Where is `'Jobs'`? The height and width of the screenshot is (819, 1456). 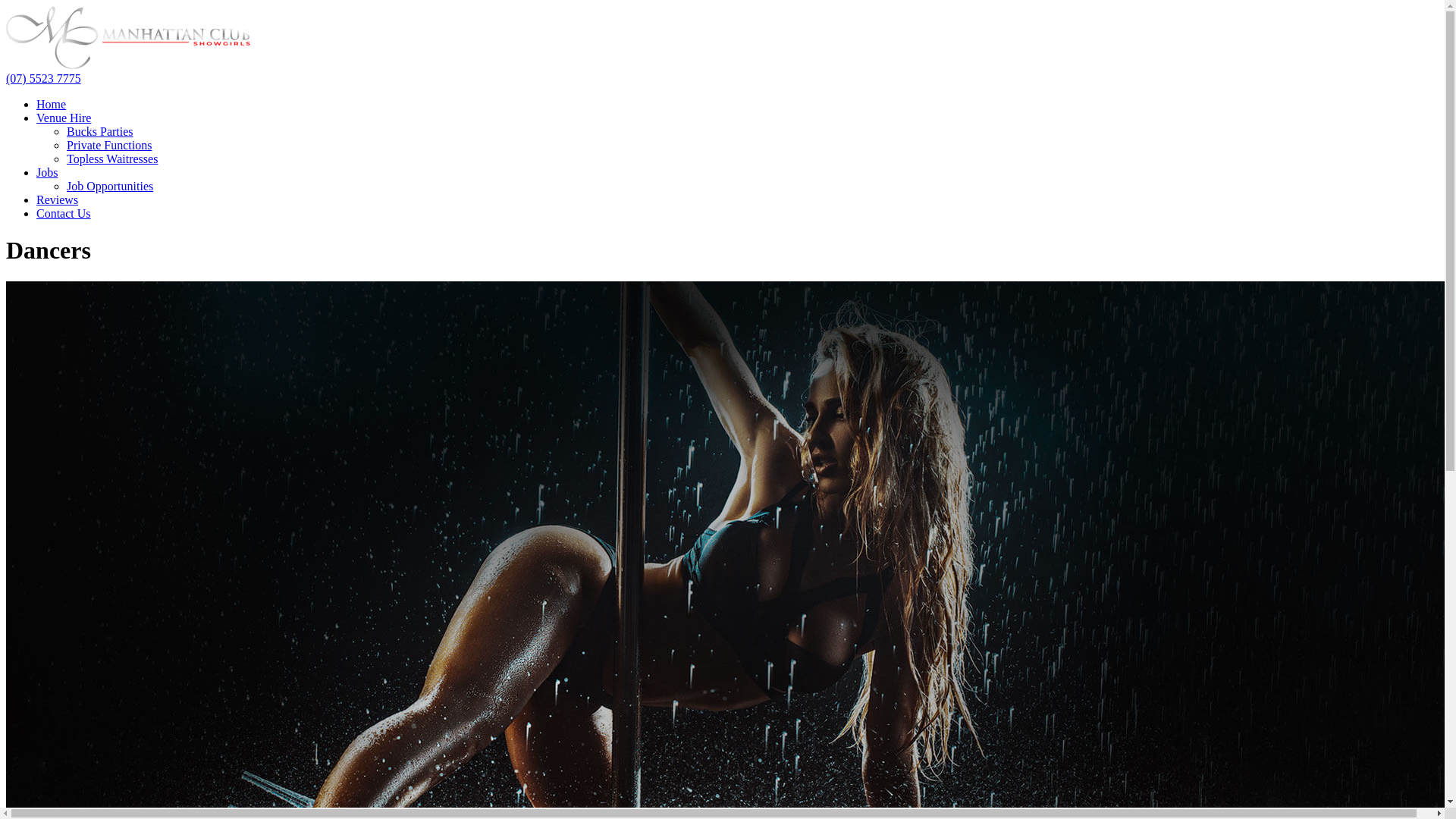
'Jobs' is located at coordinates (47, 171).